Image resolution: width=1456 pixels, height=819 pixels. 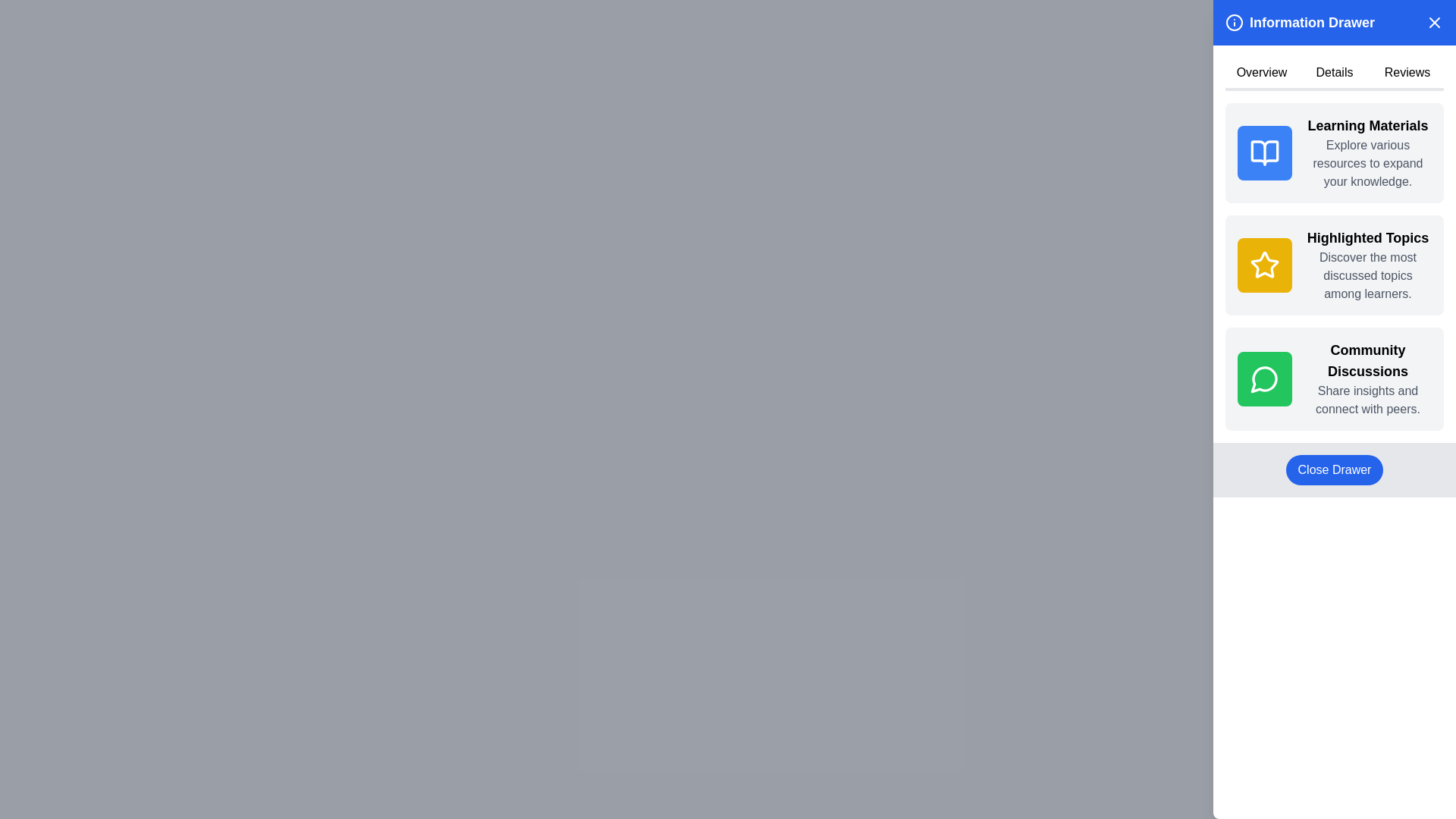 What do you see at coordinates (1368, 164) in the screenshot?
I see `the descriptive text element located in the middle of the right panel under the 'Learning Materials' section, which provides additional information related to it` at bounding box center [1368, 164].